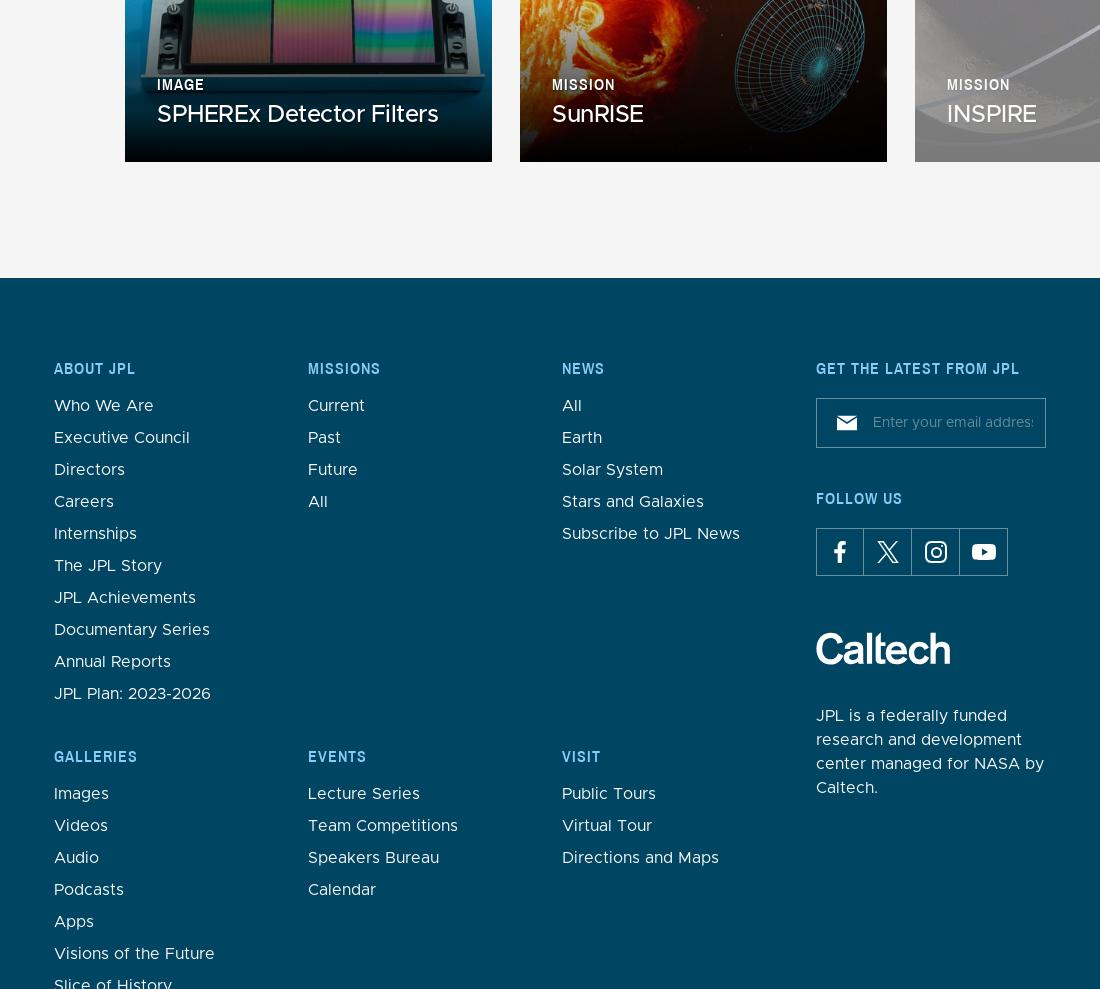  What do you see at coordinates (179, 83) in the screenshot?
I see `'Image'` at bounding box center [179, 83].